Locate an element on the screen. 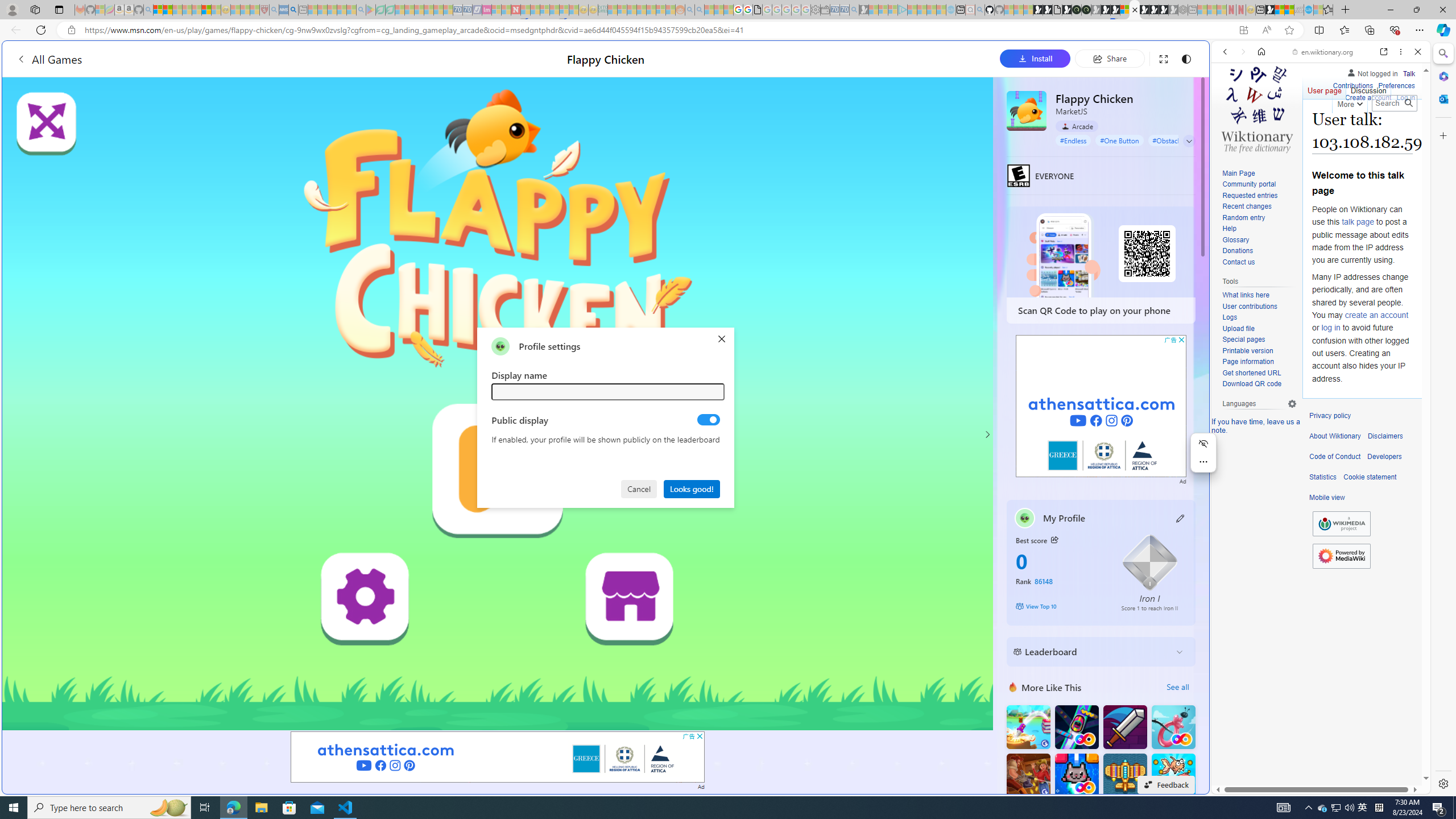  'Talk' is located at coordinates (1408, 73).